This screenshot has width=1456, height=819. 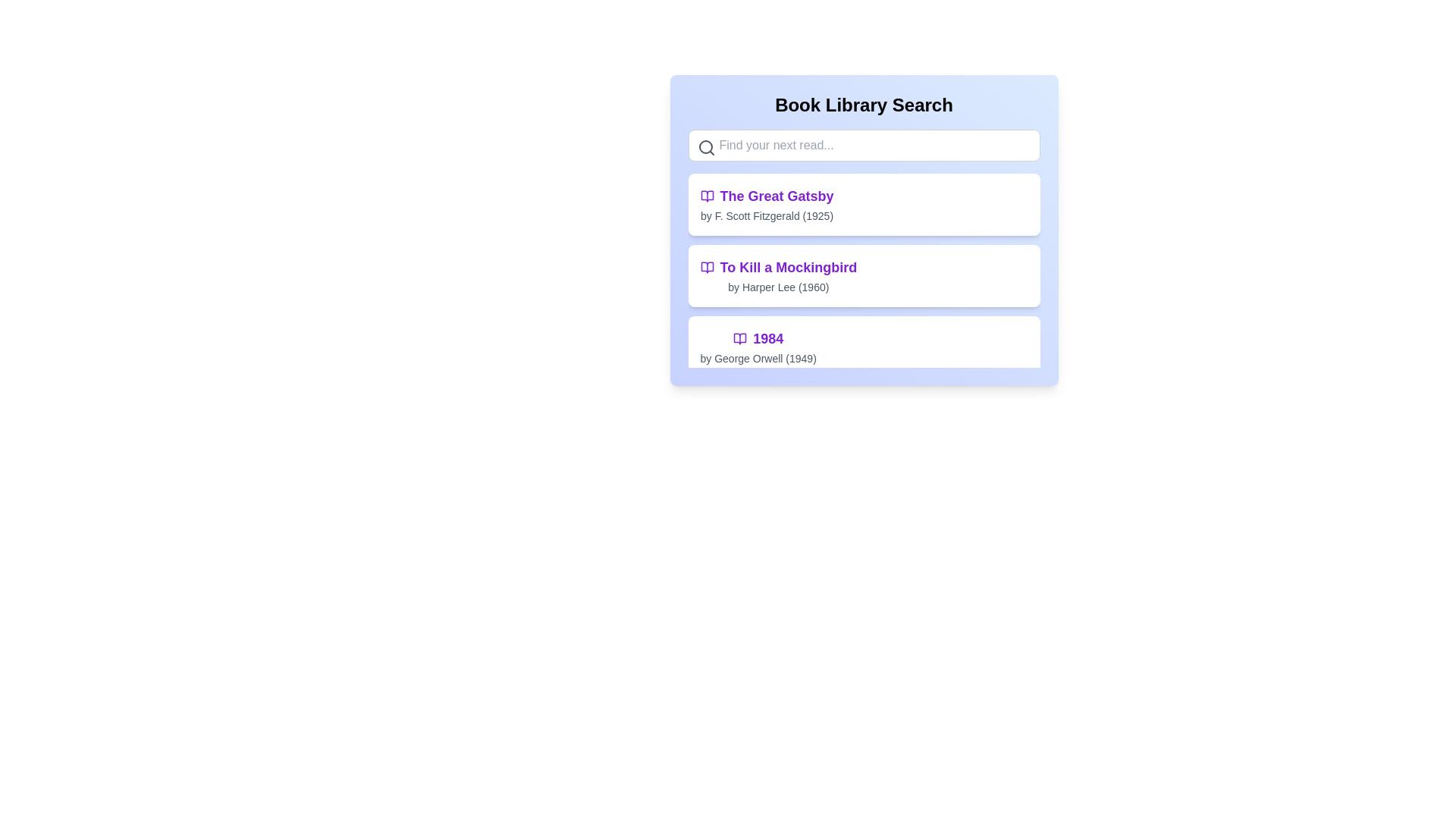 What do you see at coordinates (758, 338) in the screenshot?
I see `the bold purple text label '1984' with an inline book icon` at bounding box center [758, 338].